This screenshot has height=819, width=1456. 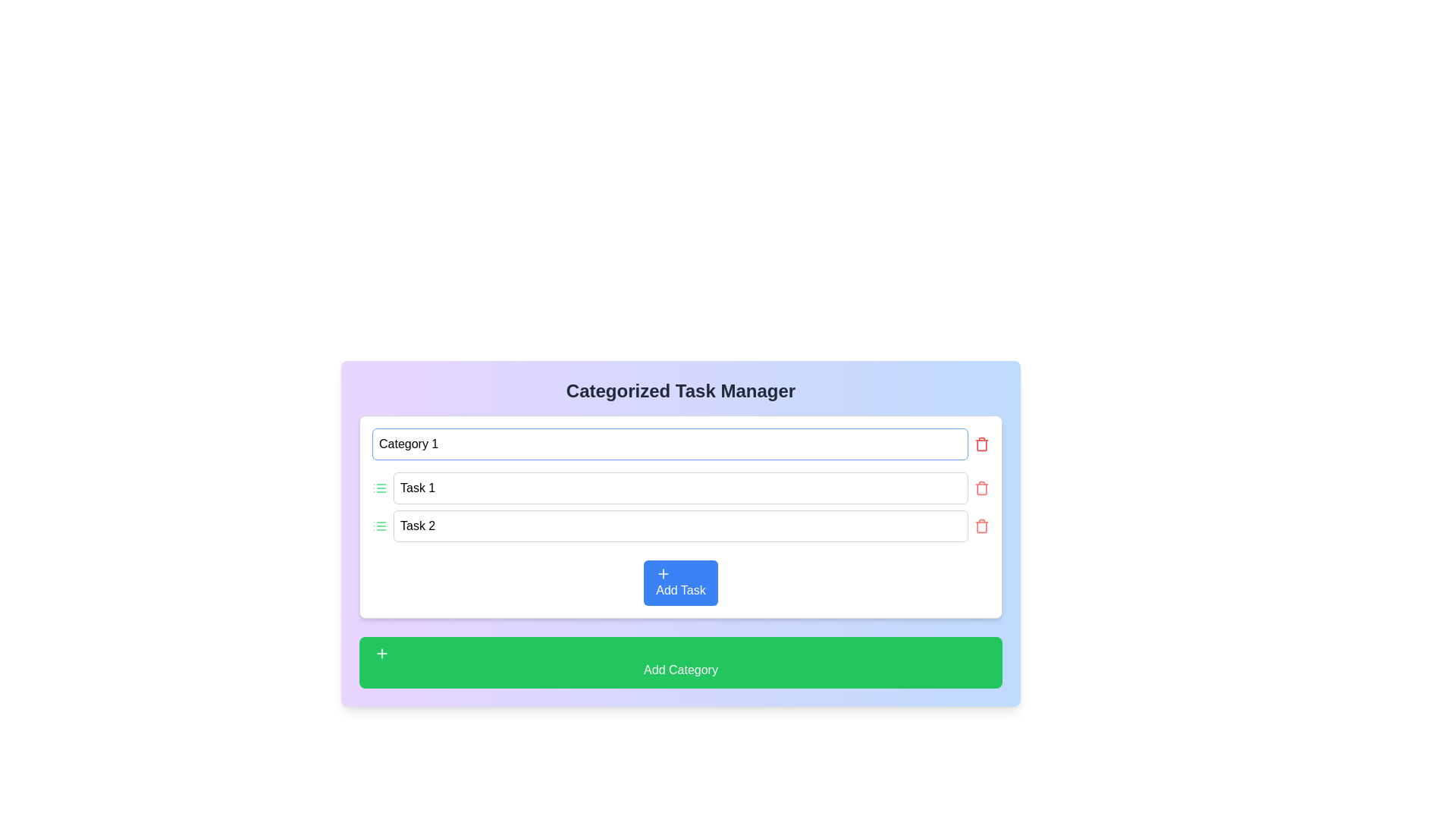 I want to click on the green 'Add Category' button with rounded corners that displays the text 'Add Category' in white, located below the blue 'Add Task' button, so click(x=679, y=662).